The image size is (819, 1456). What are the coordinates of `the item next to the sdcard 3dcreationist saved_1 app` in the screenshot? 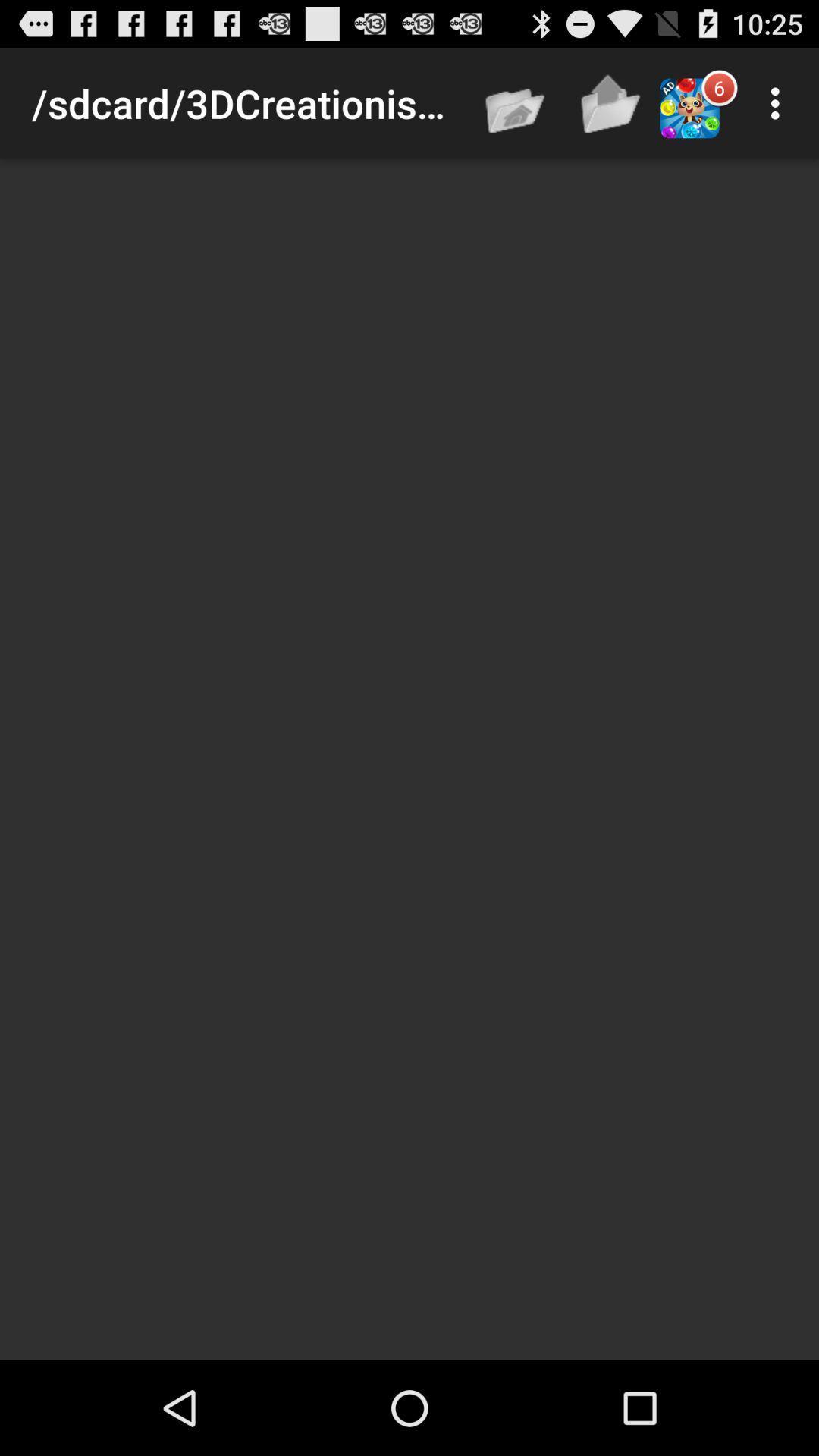 It's located at (516, 102).